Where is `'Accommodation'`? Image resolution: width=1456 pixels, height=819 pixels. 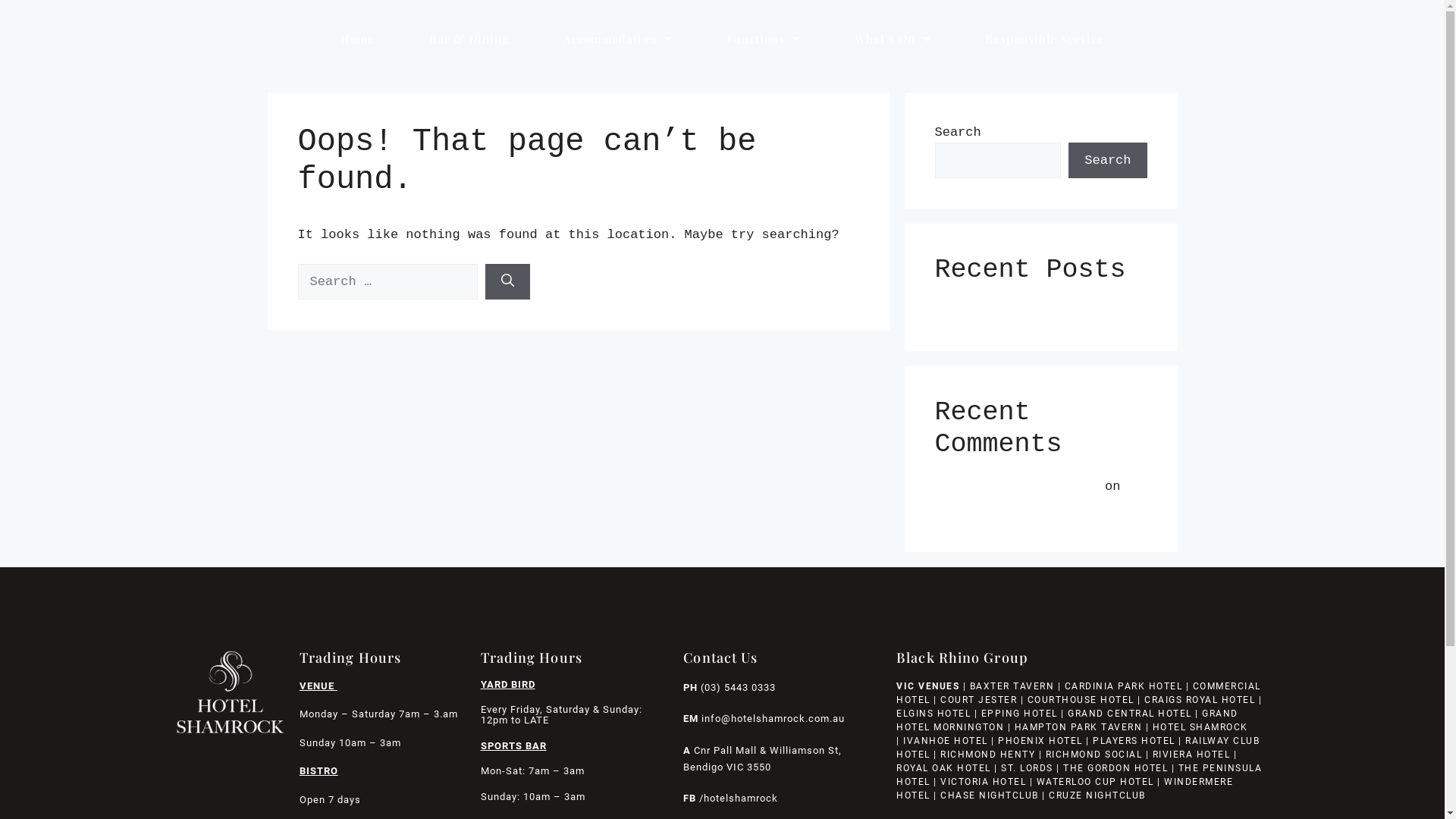 'Accommodation' is located at coordinates (535, 37).